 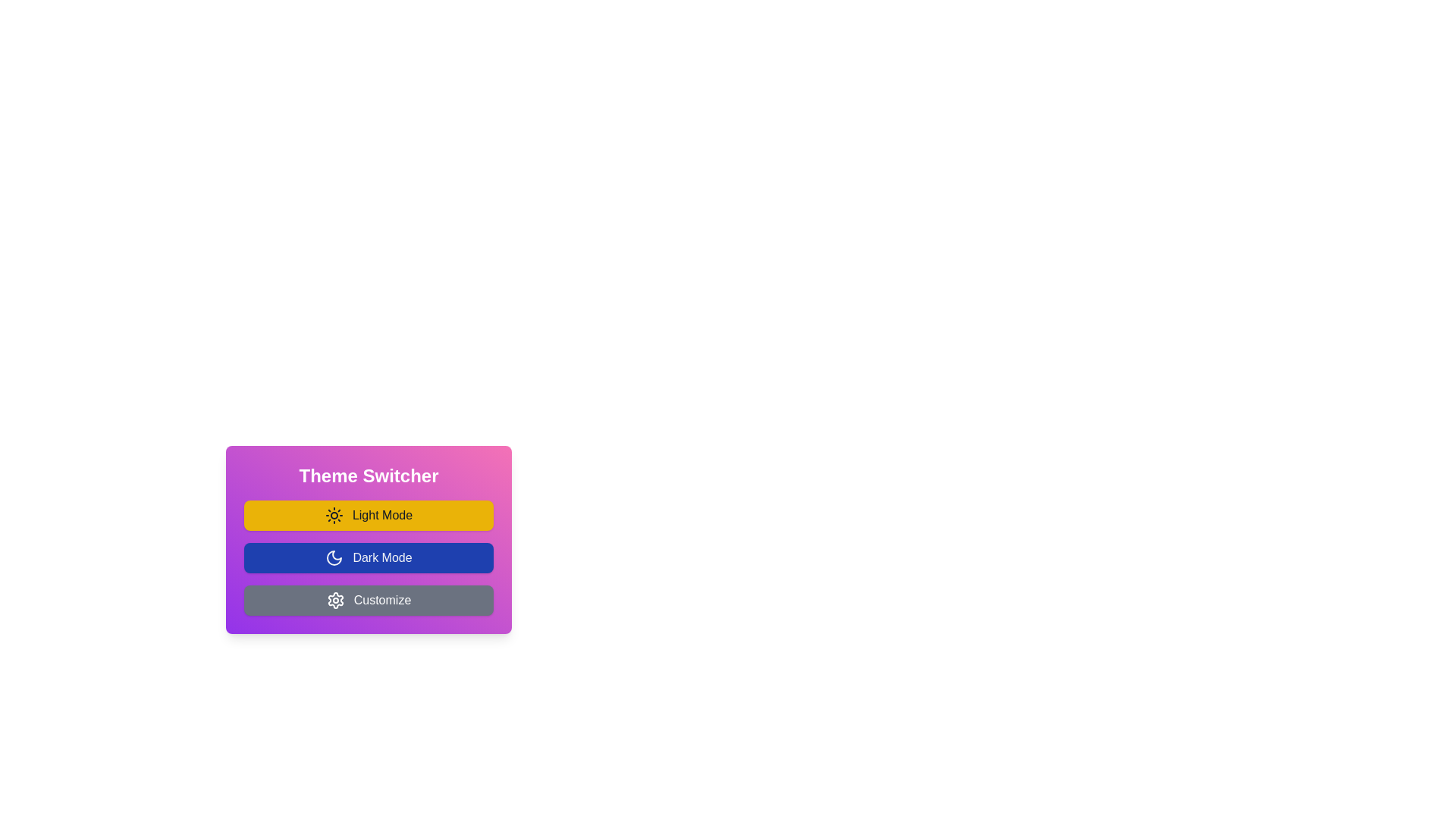 What do you see at coordinates (382, 558) in the screenshot?
I see `the text label indicating the purpose of the dark mode button, which is centered within the second button of the vertical list of theme options` at bounding box center [382, 558].